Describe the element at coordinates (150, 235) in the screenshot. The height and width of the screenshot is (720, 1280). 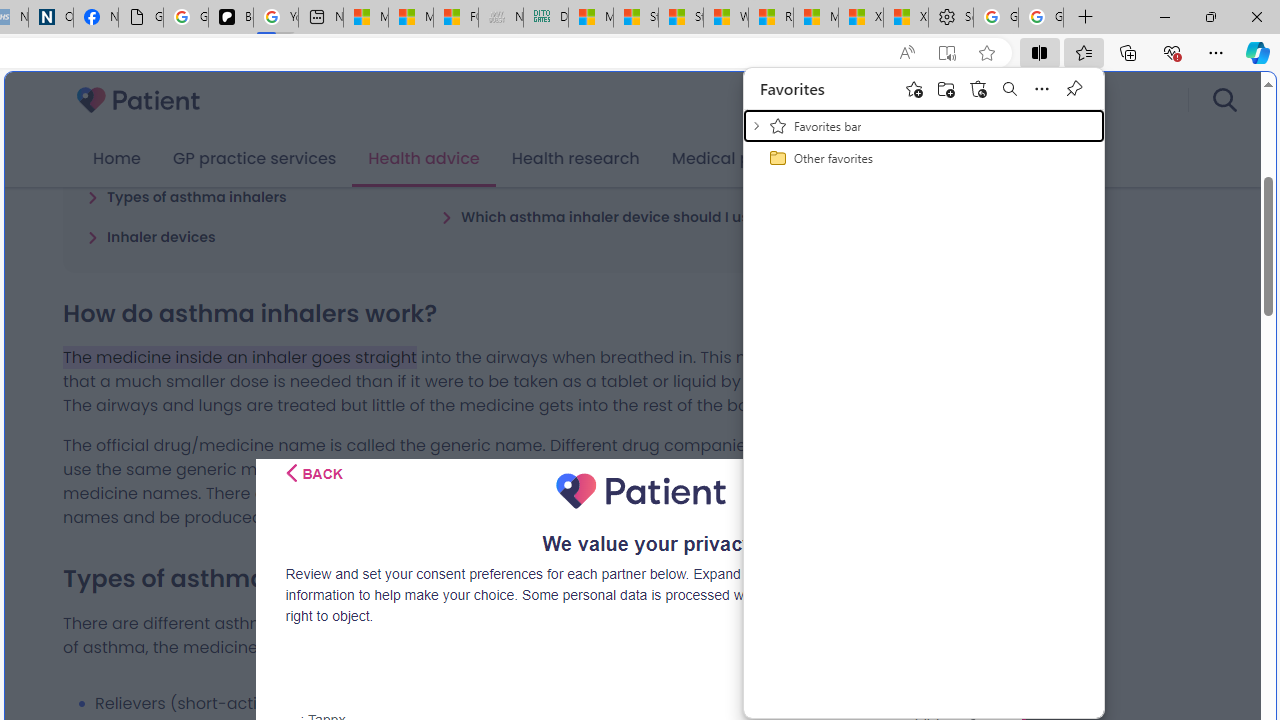
I see `'Inhaler devices'` at that location.